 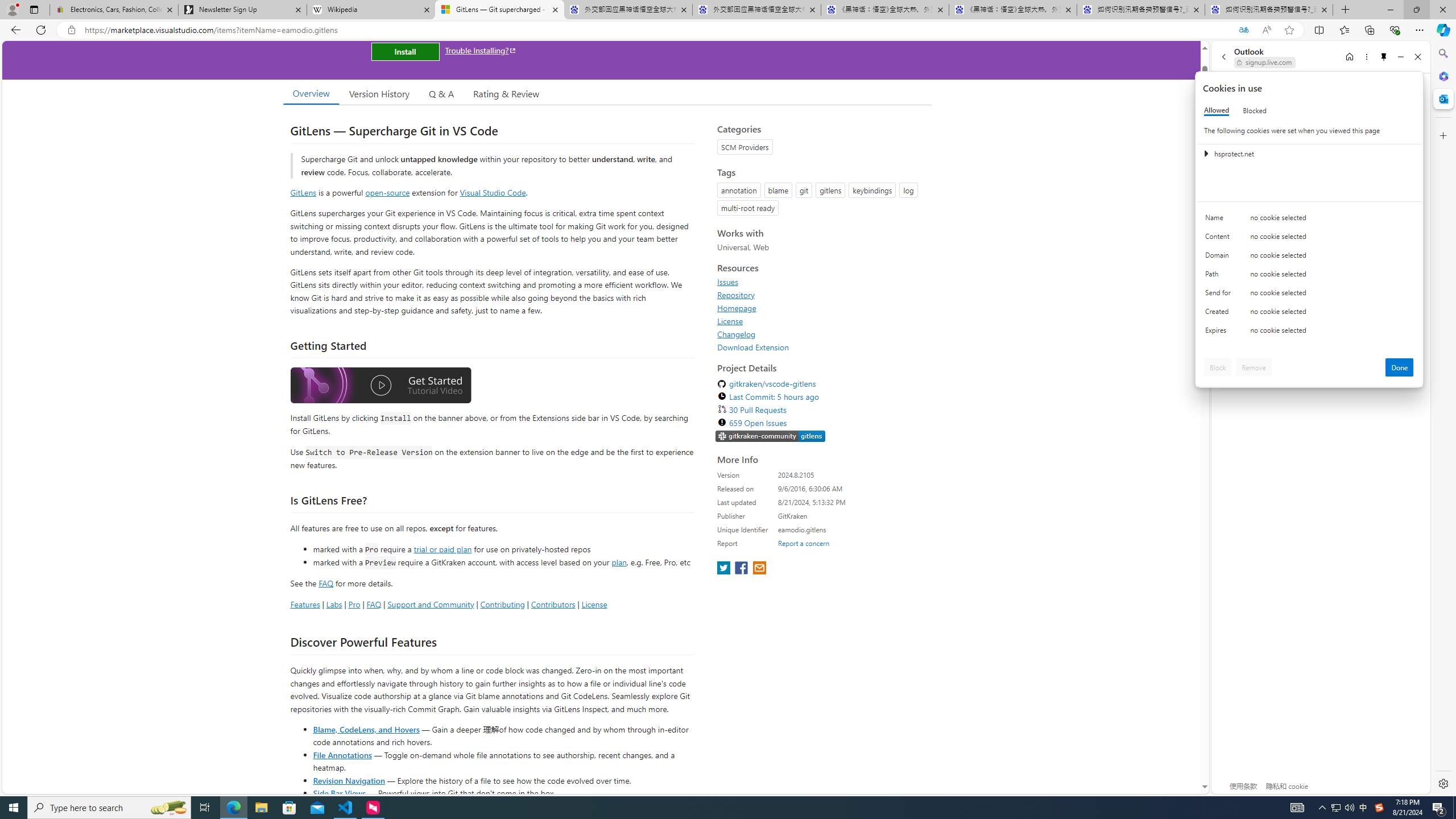 I want to click on 'Block', so click(x=1217, y=367).